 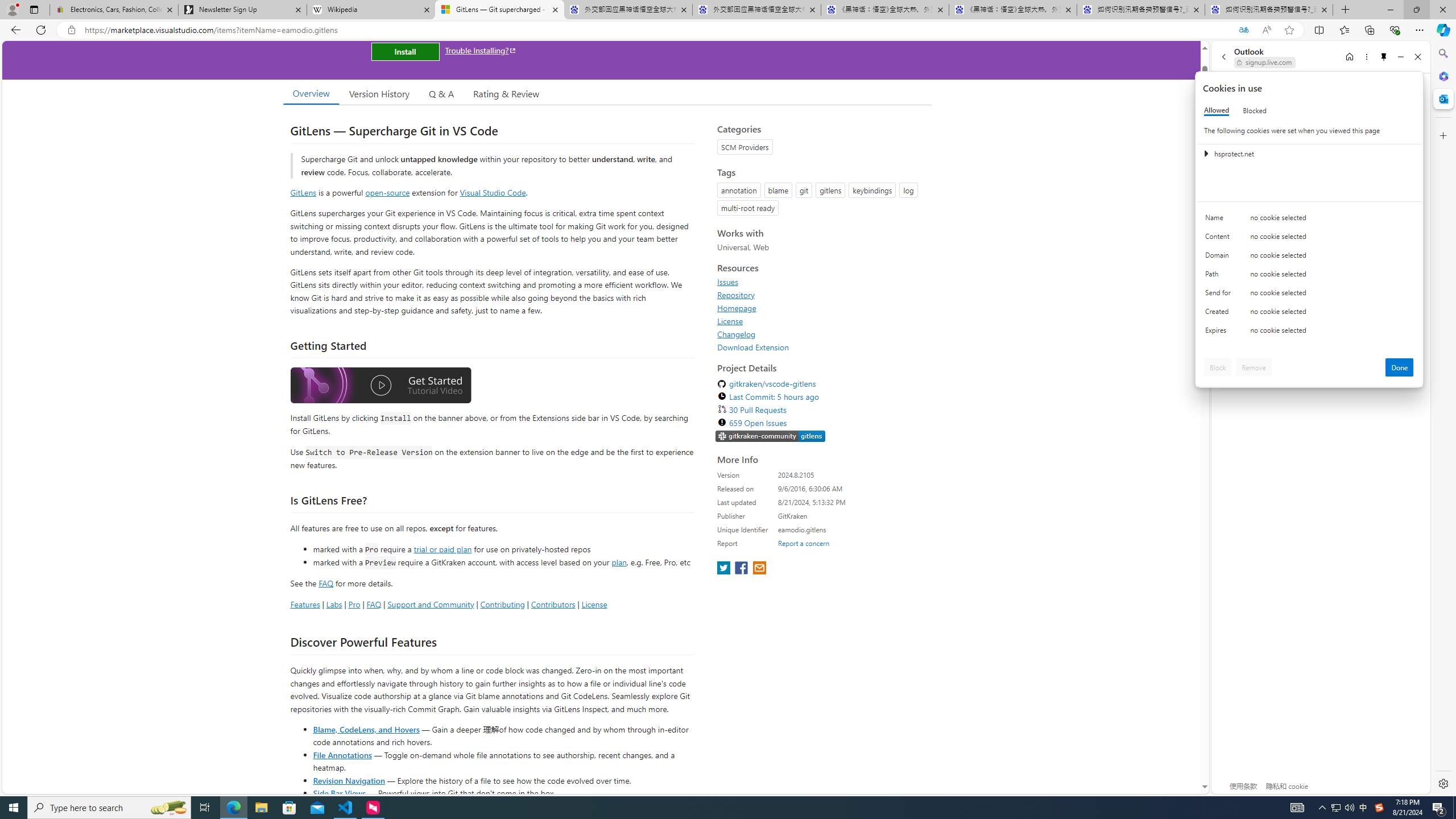 I want to click on 'Block', so click(x=1217, y=367).